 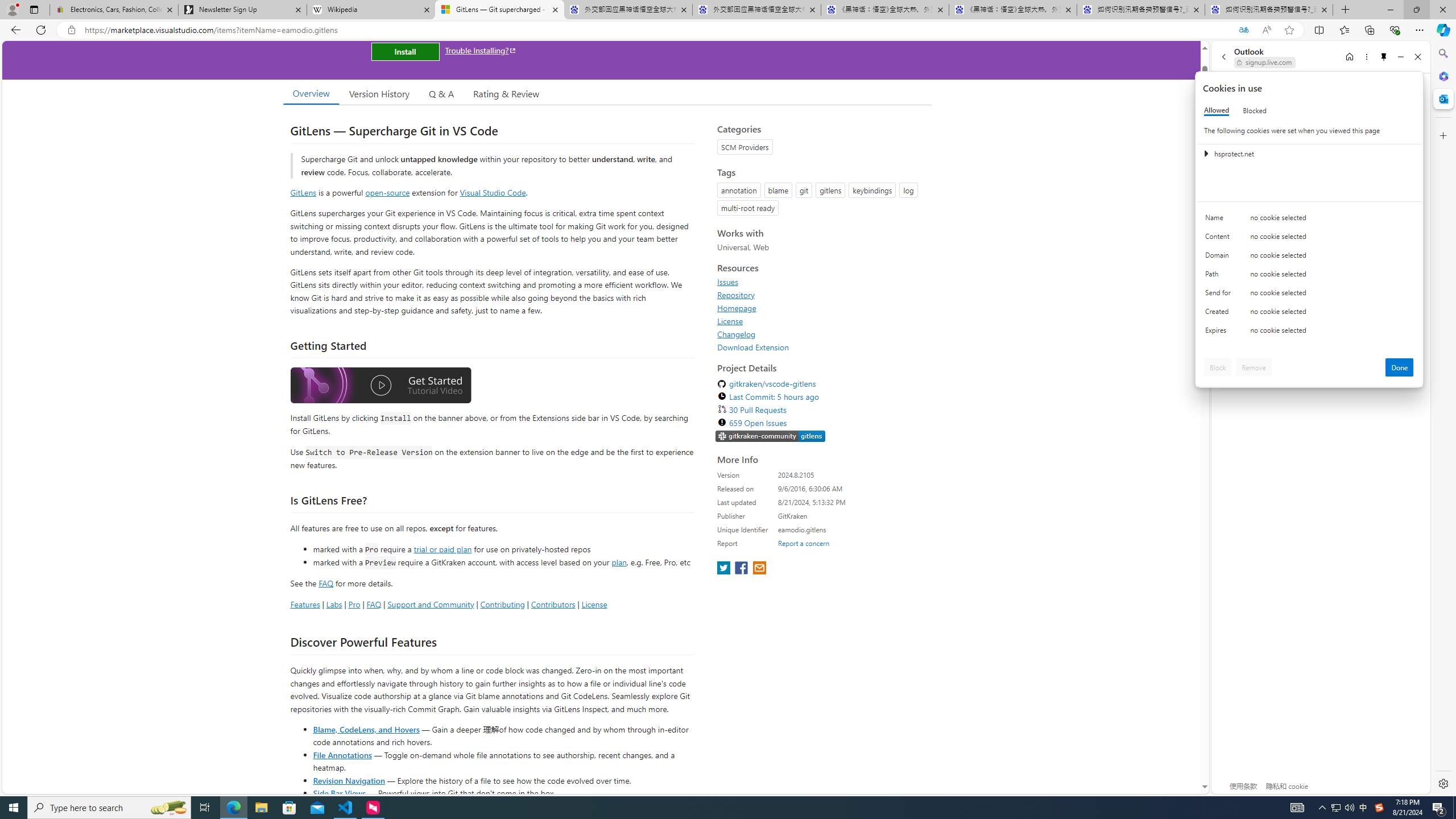 I want to click on 'Block', so click(x=1217, y=367).